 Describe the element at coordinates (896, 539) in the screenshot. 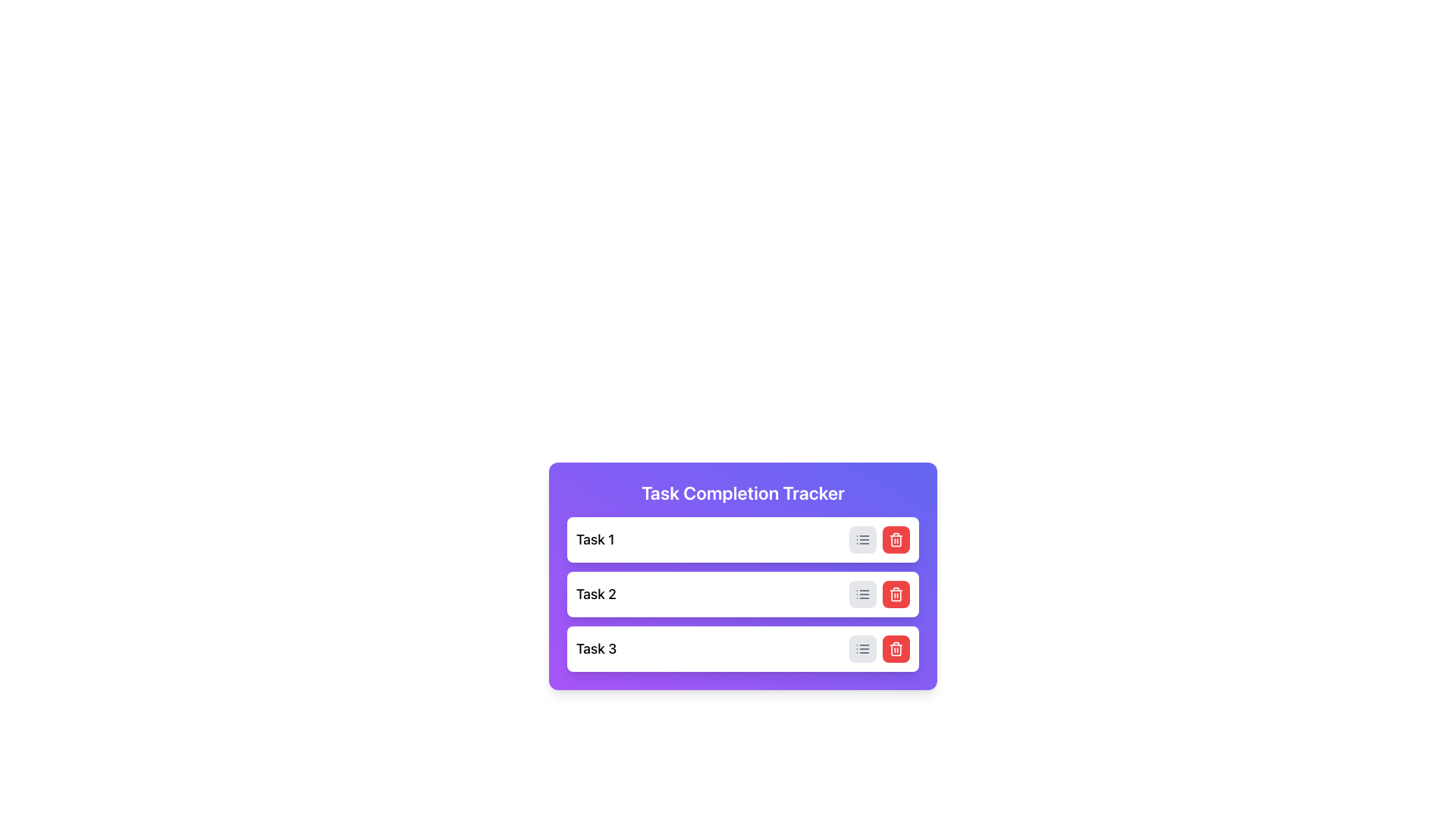

I see `the red button with a white trash icon located at the far right of the first task entry row` at that location.